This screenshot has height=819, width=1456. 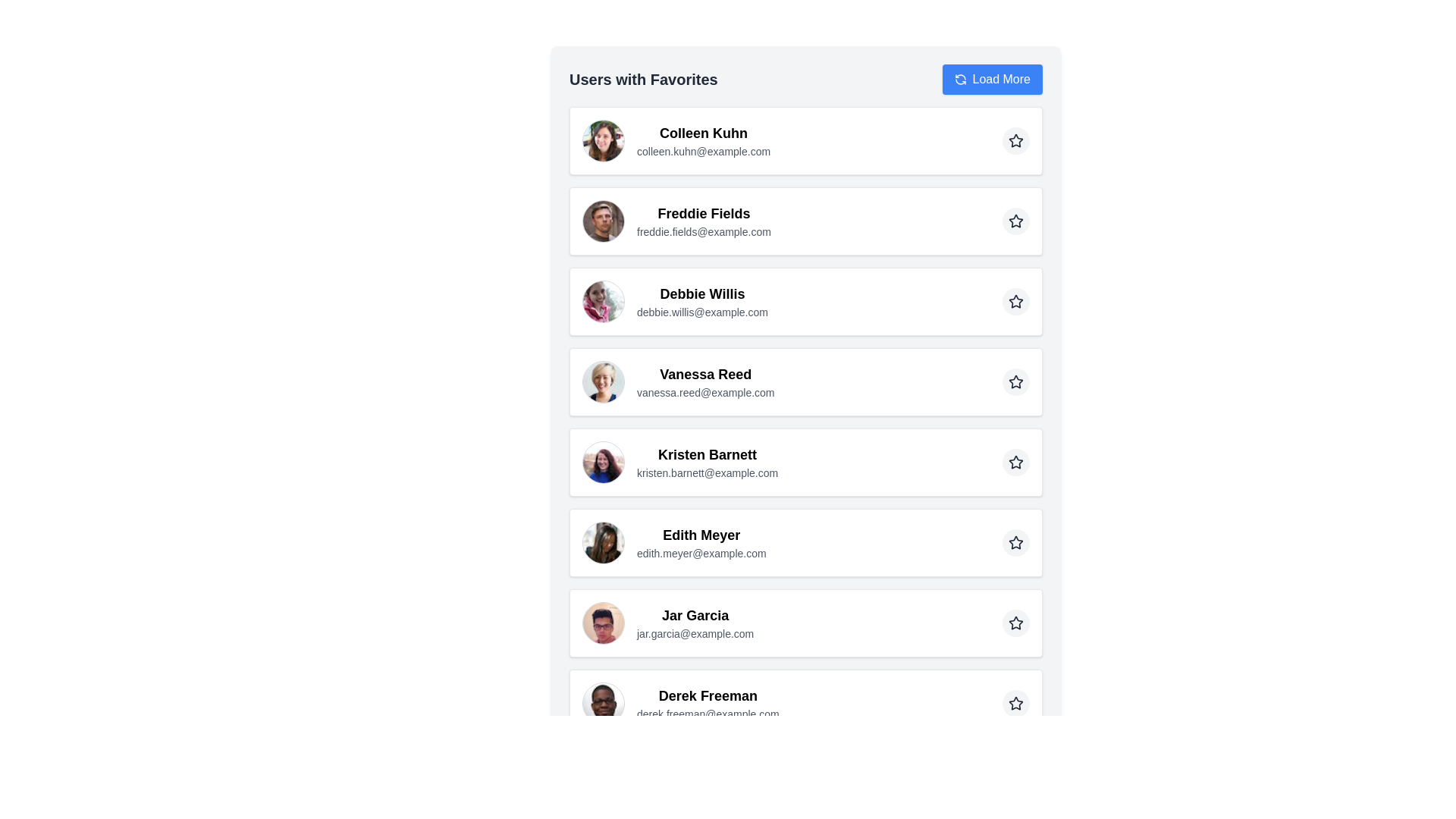 I want to click on the text label displaying the email address 'jar.garcia@example.com', which is styled in gray and located below the name 'Jar Garcia' within the user card layout, so click(x=695, y=634).